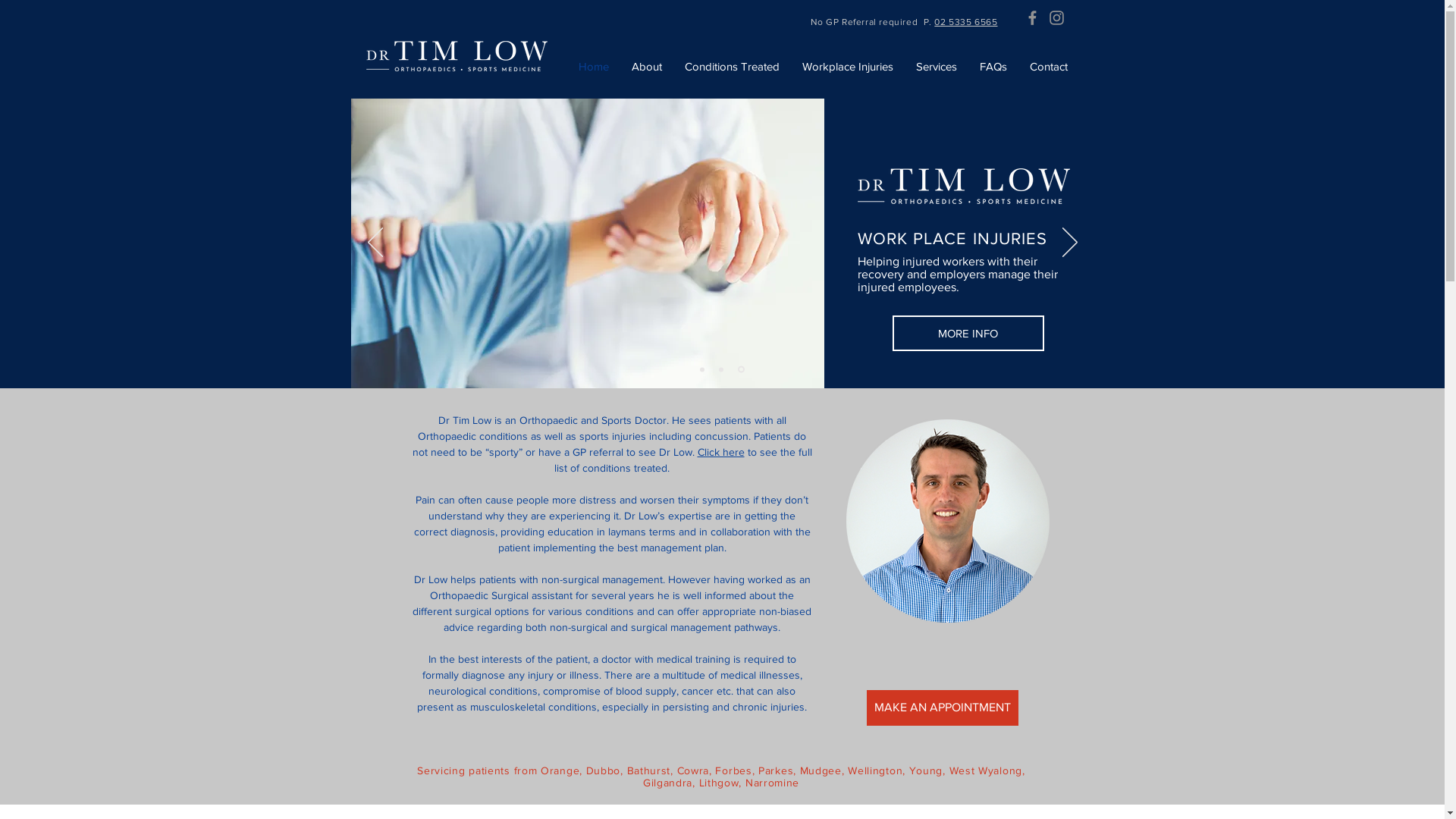  Describe the element at coordinates (934, 22) in the screenshot. I see `'02 5335 6565'` at that location.